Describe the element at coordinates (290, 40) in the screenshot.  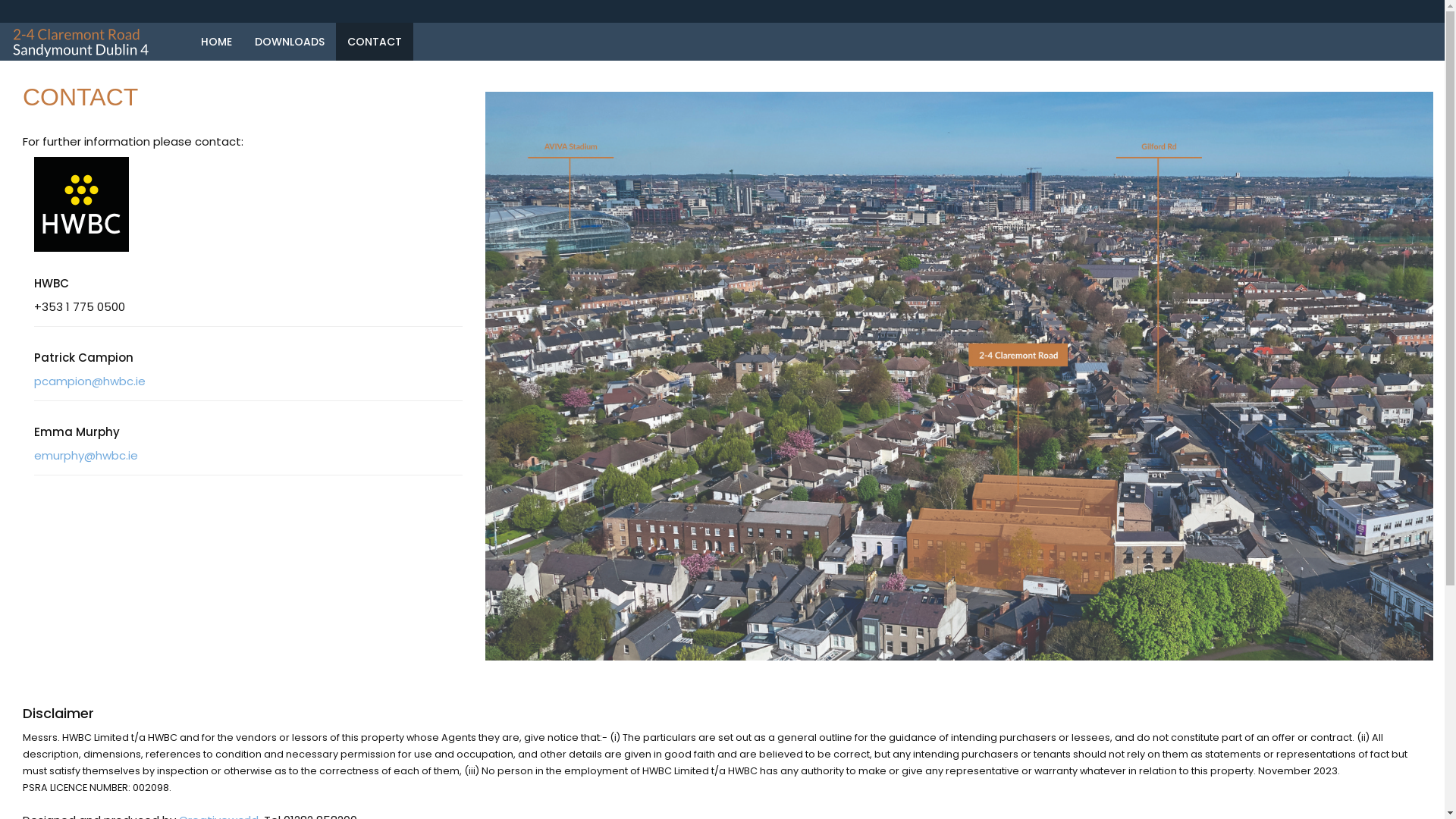
I see `'DOWNLOADS'` at that location.